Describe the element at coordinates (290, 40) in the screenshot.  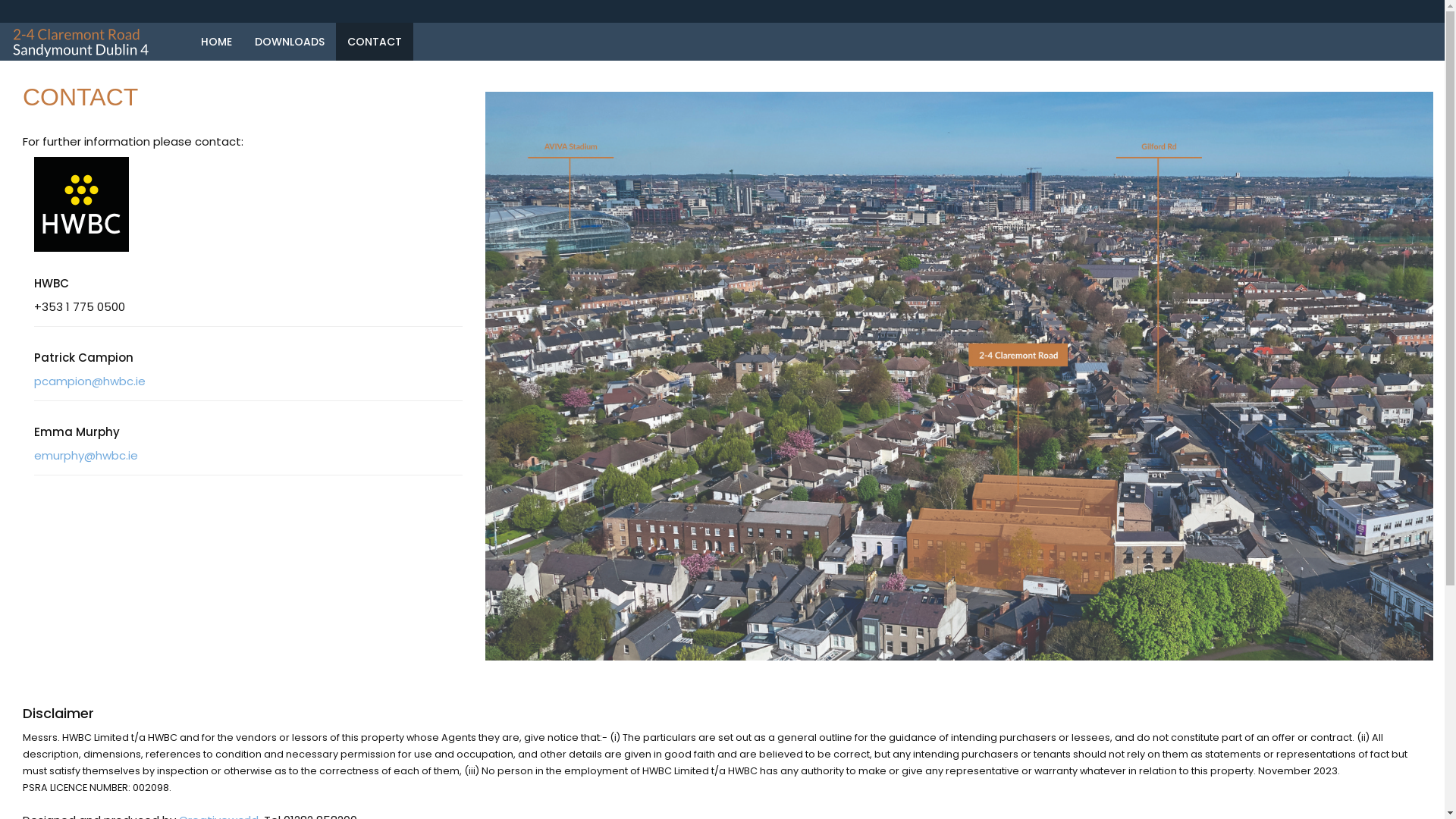
I see `'DOWNLOADS'` at that location.